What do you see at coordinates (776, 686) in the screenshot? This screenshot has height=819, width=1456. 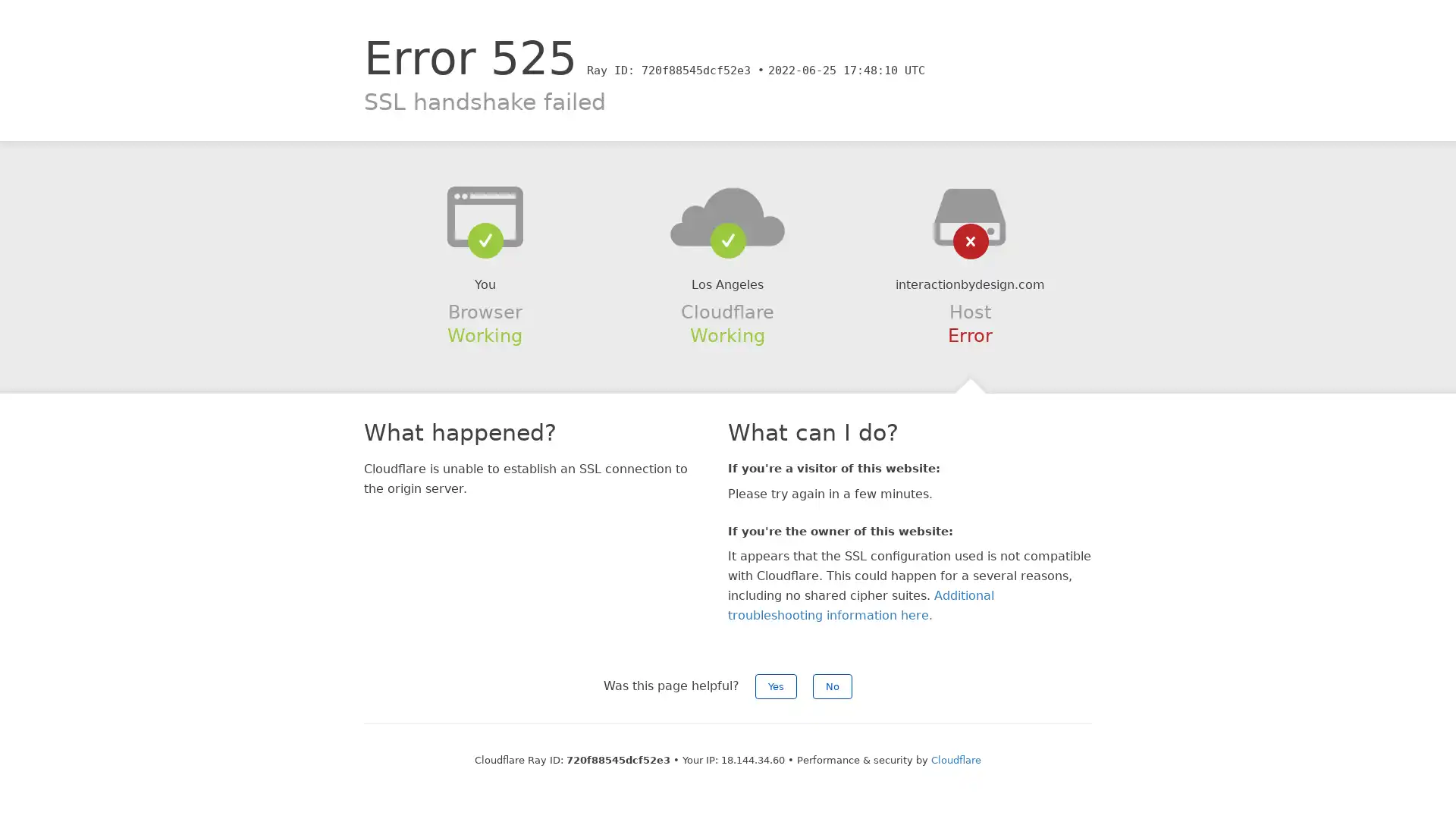 I see `Yes` at bounding box center [776, 686].